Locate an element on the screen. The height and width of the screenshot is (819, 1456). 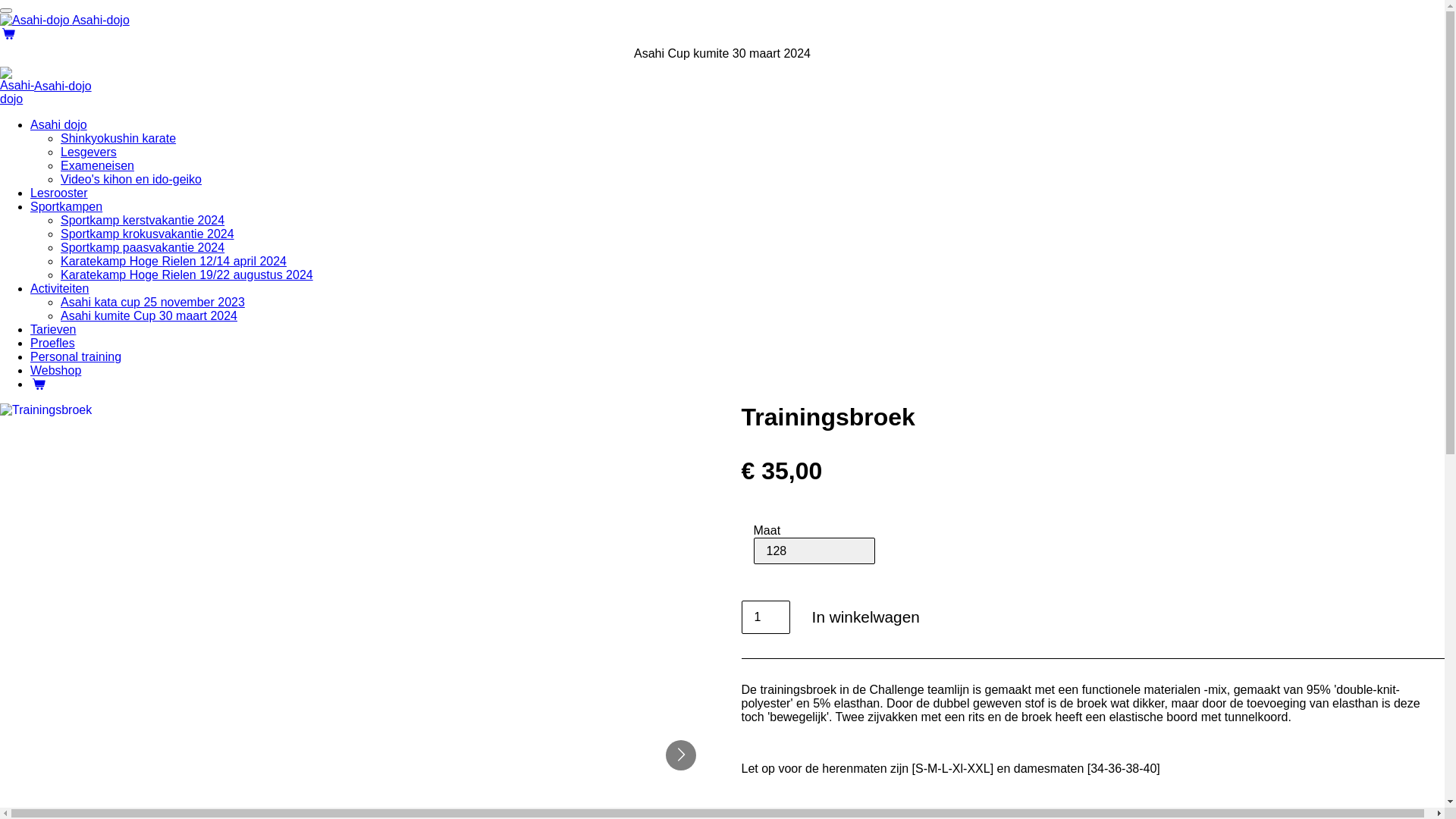
'Tarieven' is located at coordinates (53, 328).